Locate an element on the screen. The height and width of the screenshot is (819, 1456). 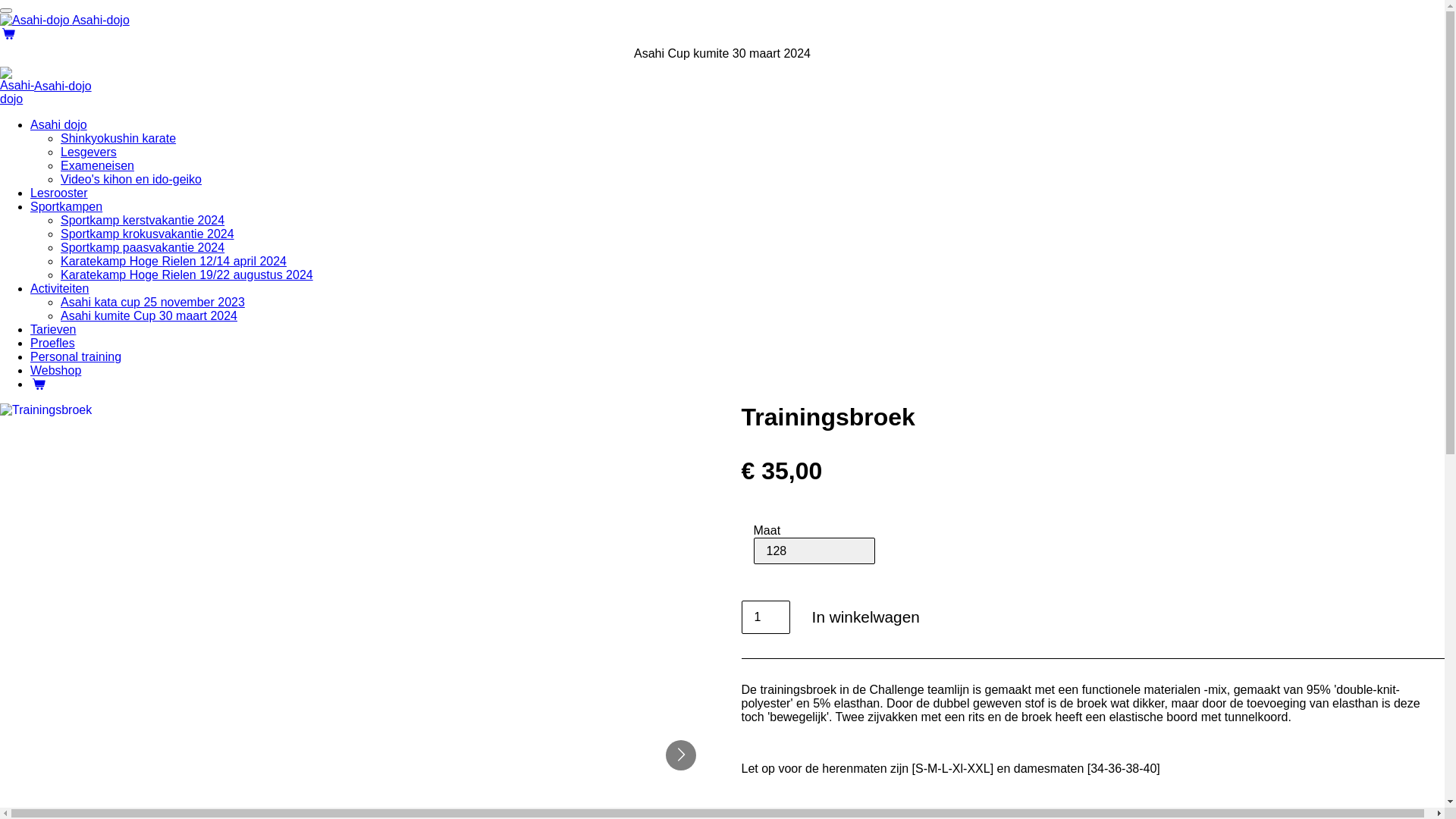
'Tarieven' is located at coordinates (53, 328).